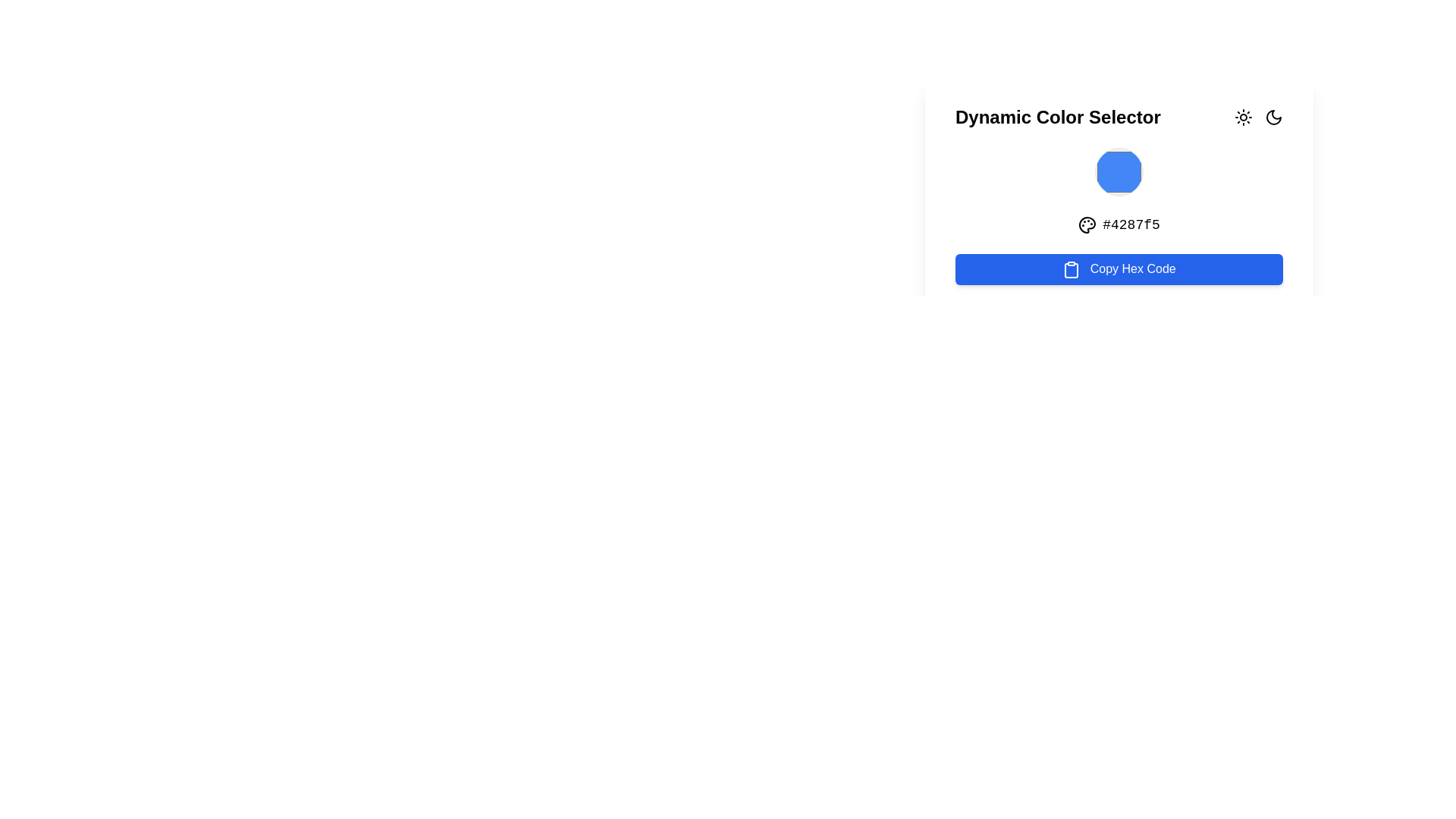  Describe the element at coordinates (1119, 171) in the screenshot. I see `the circular blue button styled as a selectable component` at that location.